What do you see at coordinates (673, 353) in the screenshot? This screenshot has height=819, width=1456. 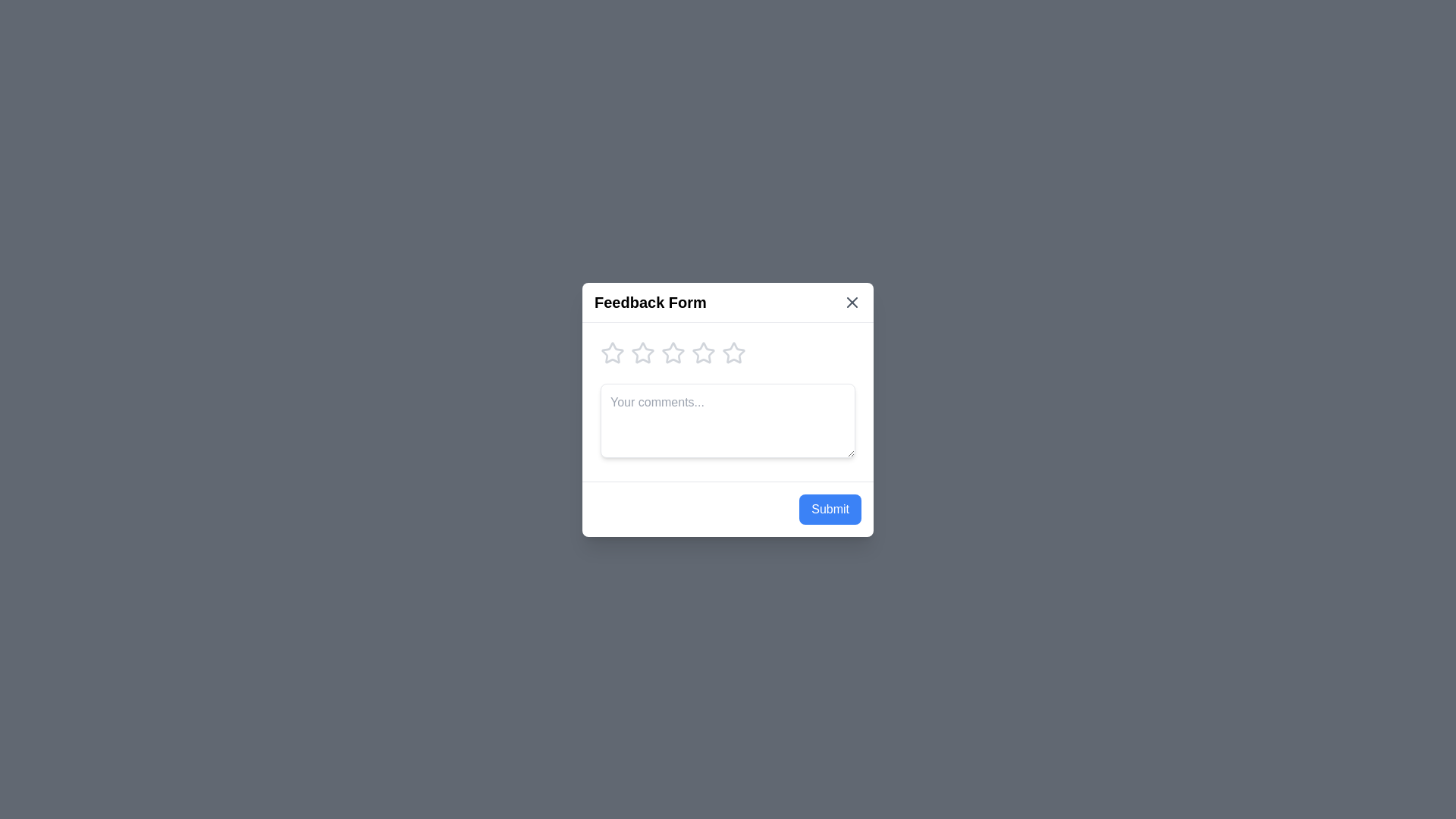 I see `the star corresponding to the desired rating of 3` at bounding box center [673, 353].